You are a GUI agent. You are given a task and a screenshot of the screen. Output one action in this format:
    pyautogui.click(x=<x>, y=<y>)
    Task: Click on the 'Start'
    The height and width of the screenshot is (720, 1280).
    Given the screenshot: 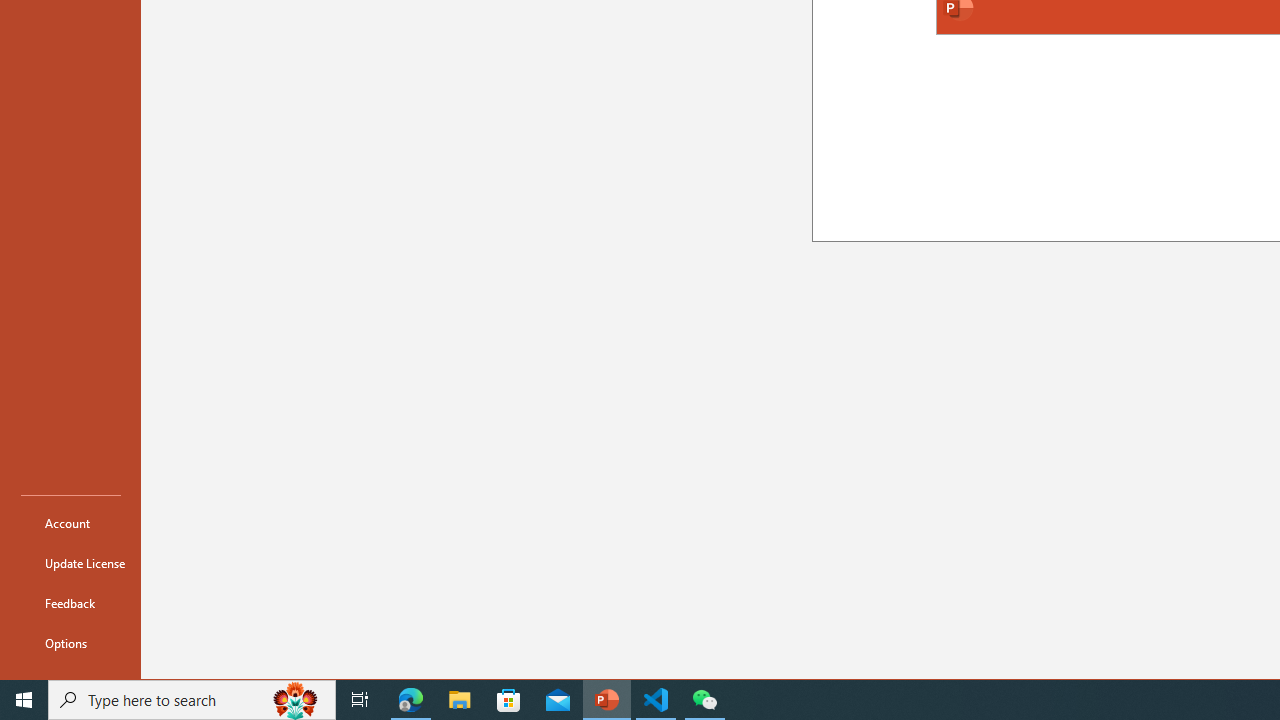 What is the action you would take?
    pyautogui.click(x=24, y=698)
    